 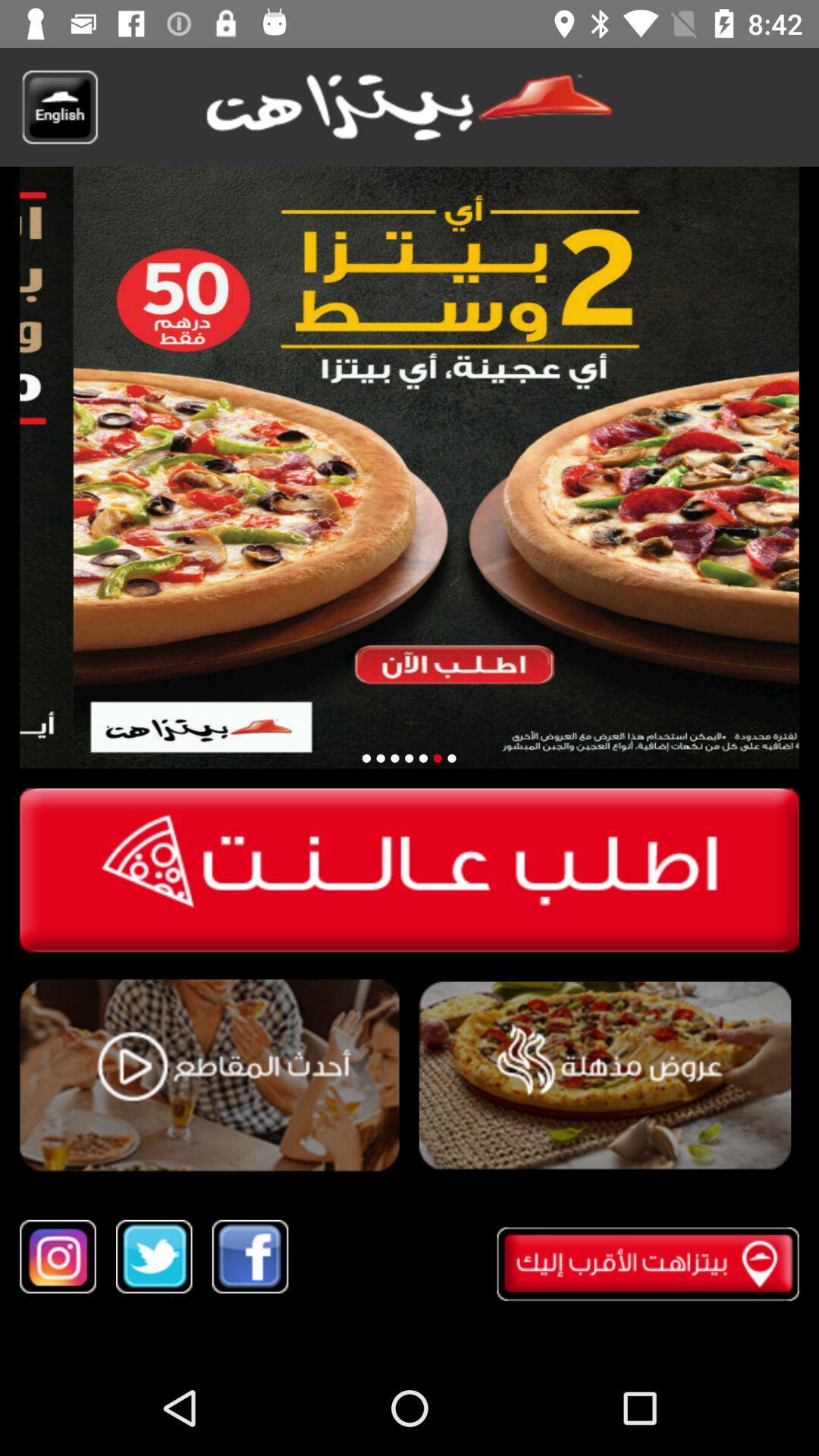 What do you see at coordinates (249, 1257) in the screenshot?
I see `the facebook icon` at bounding box center [249, 1257].